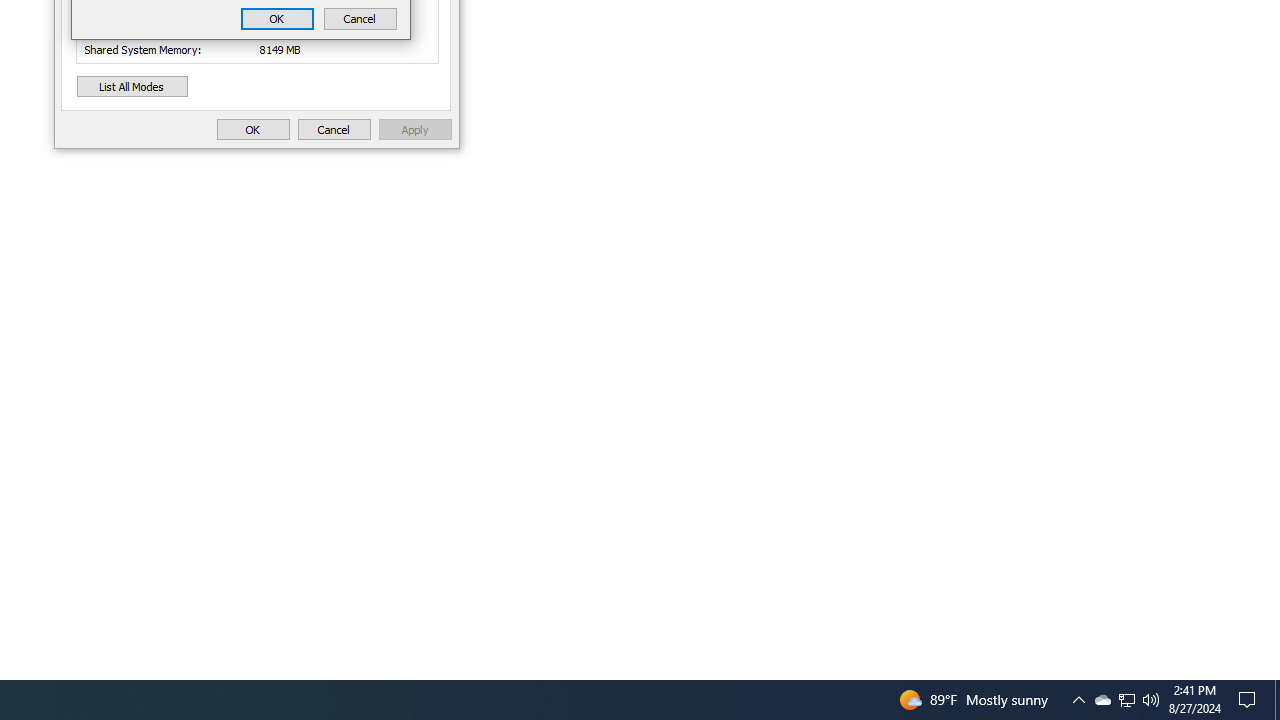 This screenshot has height=720, width=1280. What do you see at coordinates (1101, 698) in the screenshot?
I see `'Q2790: 100%'` at bounding box center [1101, 698].